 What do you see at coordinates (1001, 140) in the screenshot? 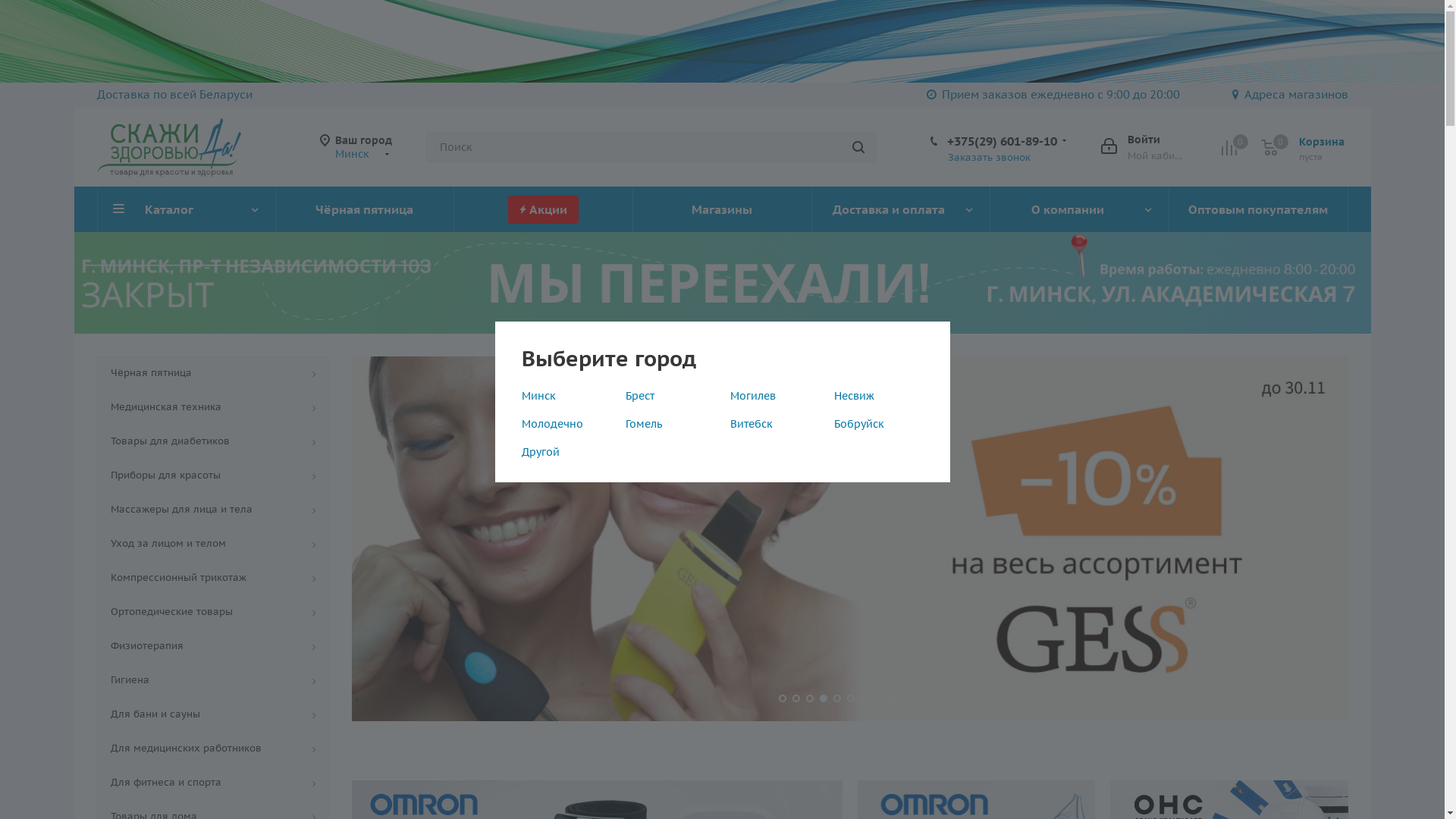
I see `'+375(29) 601-89-10'` at bounding box center [1001, 140].